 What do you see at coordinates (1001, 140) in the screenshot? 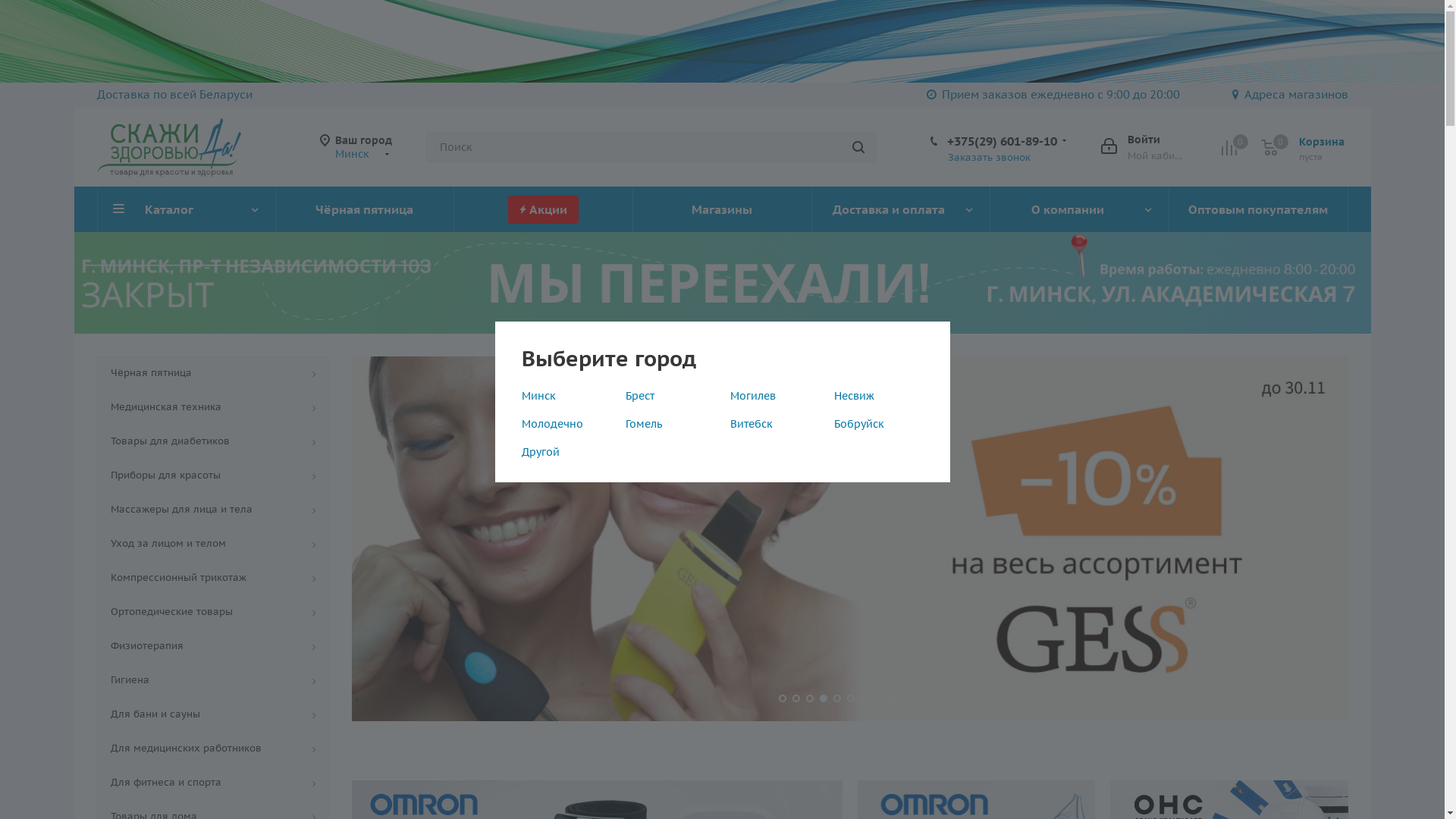
I see `'+375(29) 601-89-10'` at bounding box center [1001, 140].